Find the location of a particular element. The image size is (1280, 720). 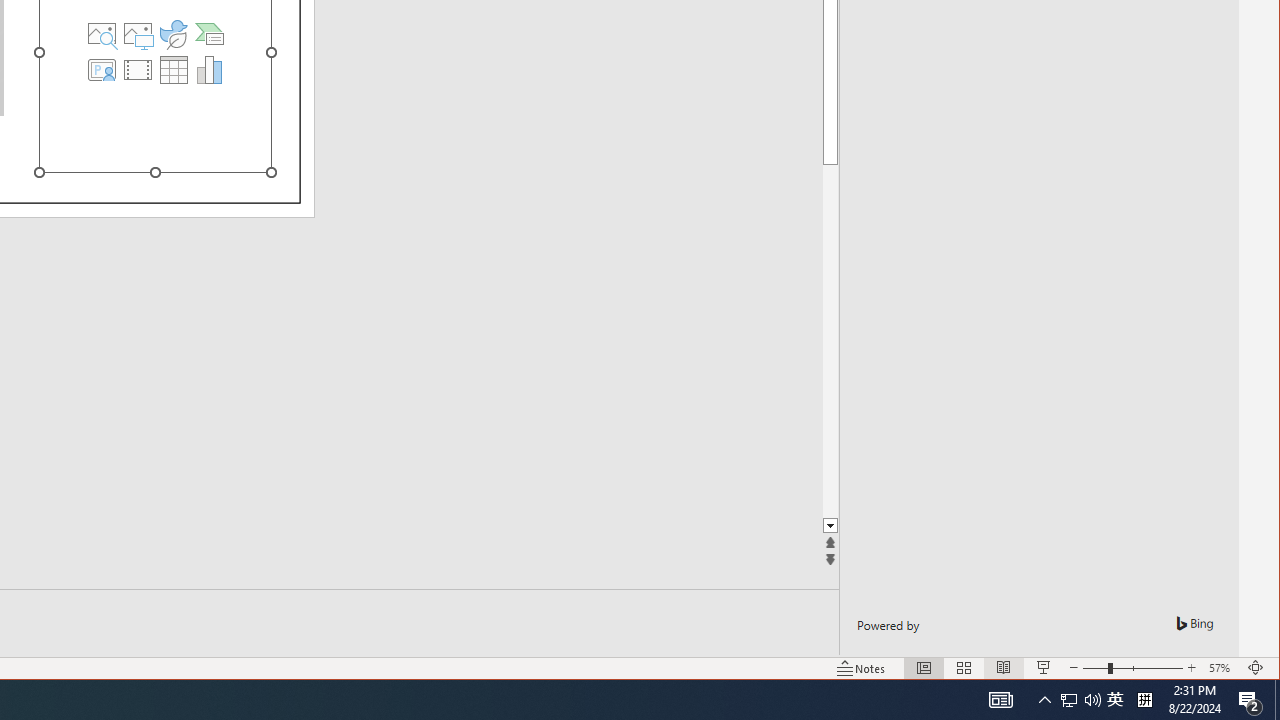

'Show desktop' is located at coordinates (1276, 698).